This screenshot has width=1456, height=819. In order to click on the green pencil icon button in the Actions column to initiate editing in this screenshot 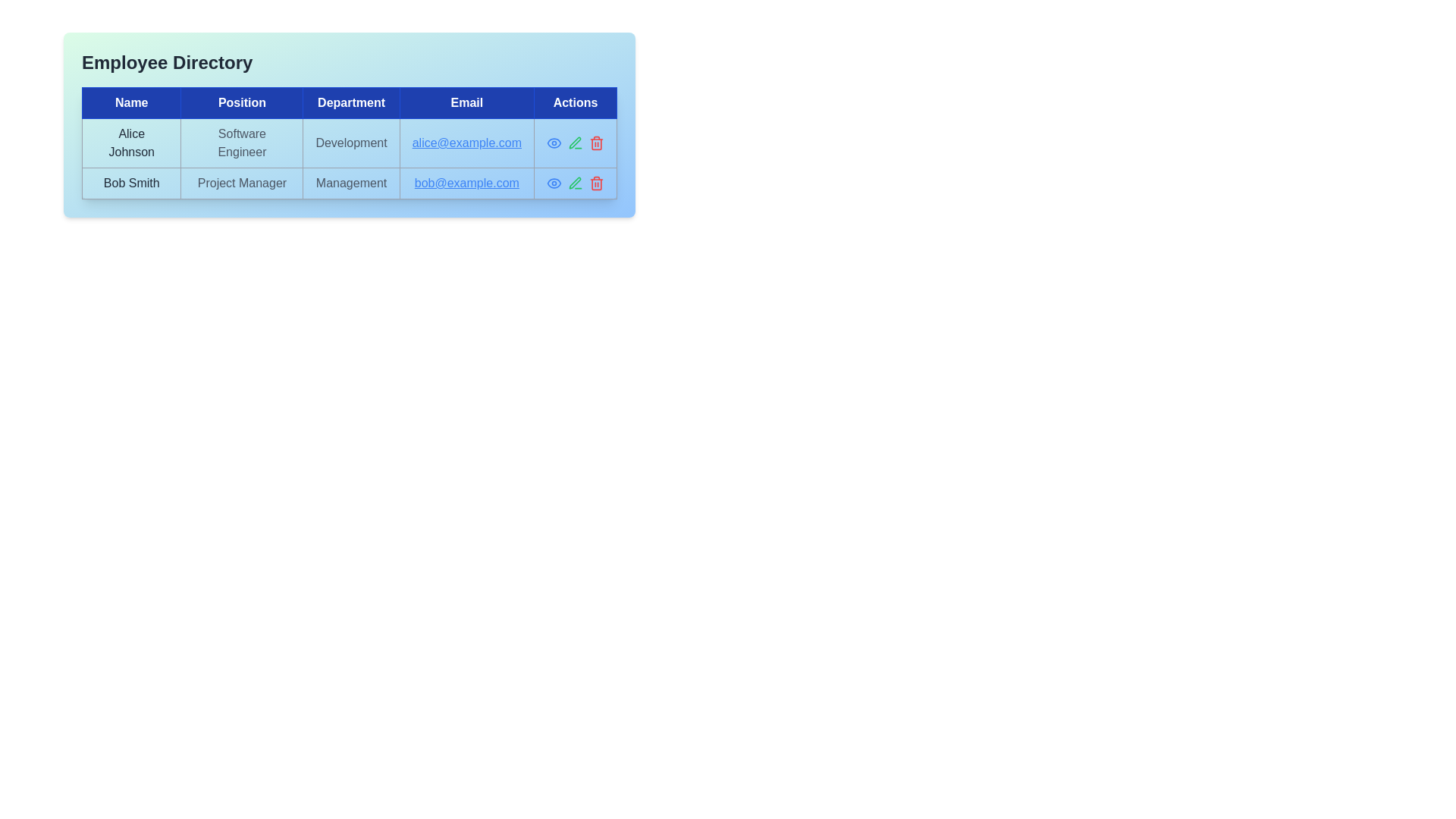, I will do `click(574, 183)`.